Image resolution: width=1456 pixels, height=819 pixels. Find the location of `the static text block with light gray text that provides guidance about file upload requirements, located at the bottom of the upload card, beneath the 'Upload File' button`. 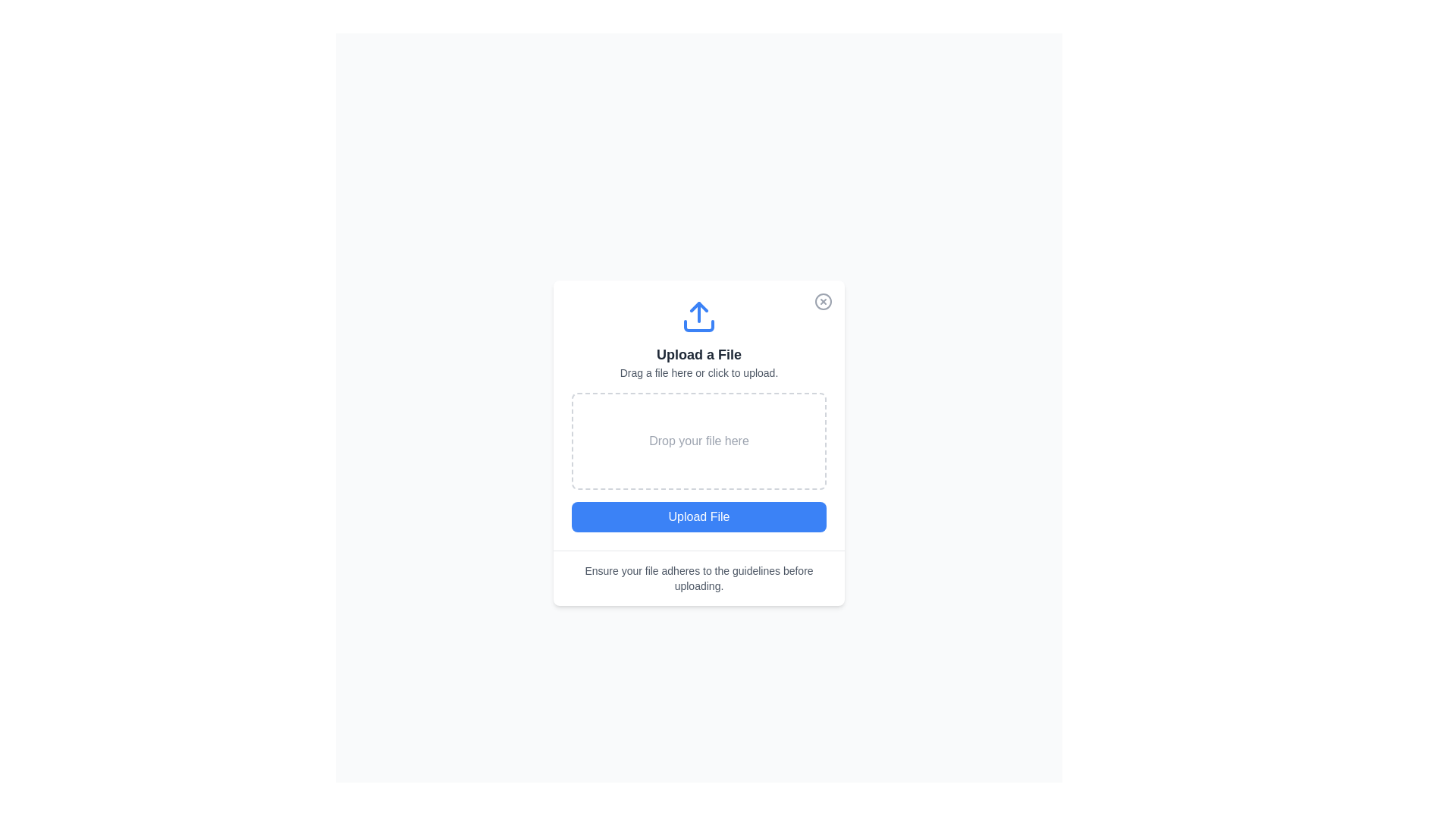

the static text block with light gray text that provides guidance about file upload requirements, located at the bottom of the upload card, beneath the 'Upload File' button is located at coordinates (698, 578).